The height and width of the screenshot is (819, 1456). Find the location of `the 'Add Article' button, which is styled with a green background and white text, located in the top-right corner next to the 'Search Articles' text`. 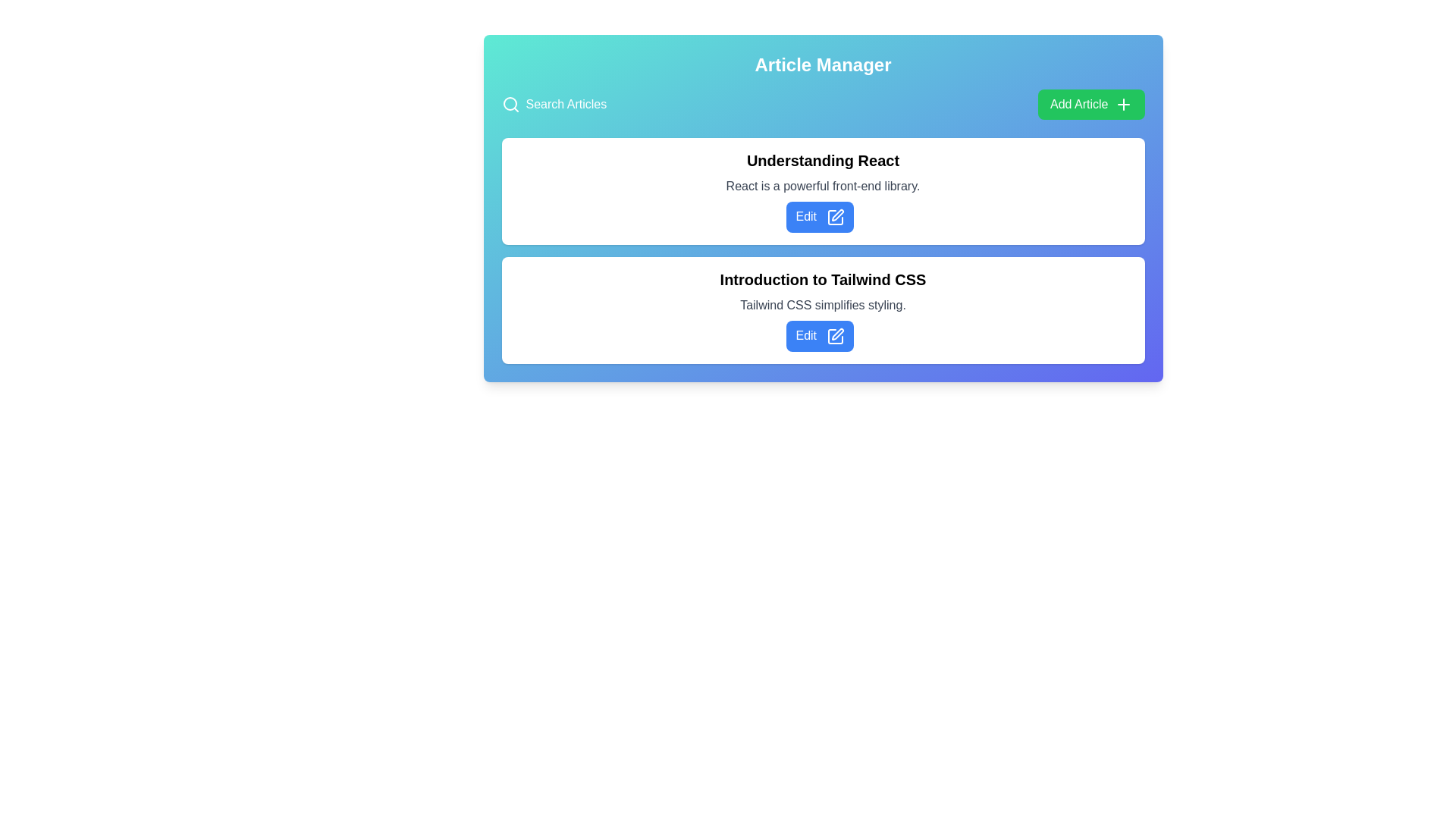

the 'Add Article' button, which is styled with a green background and white text, located in the top-right corner next to the 'Search Articles' text is located at coordinates (1090, 104).